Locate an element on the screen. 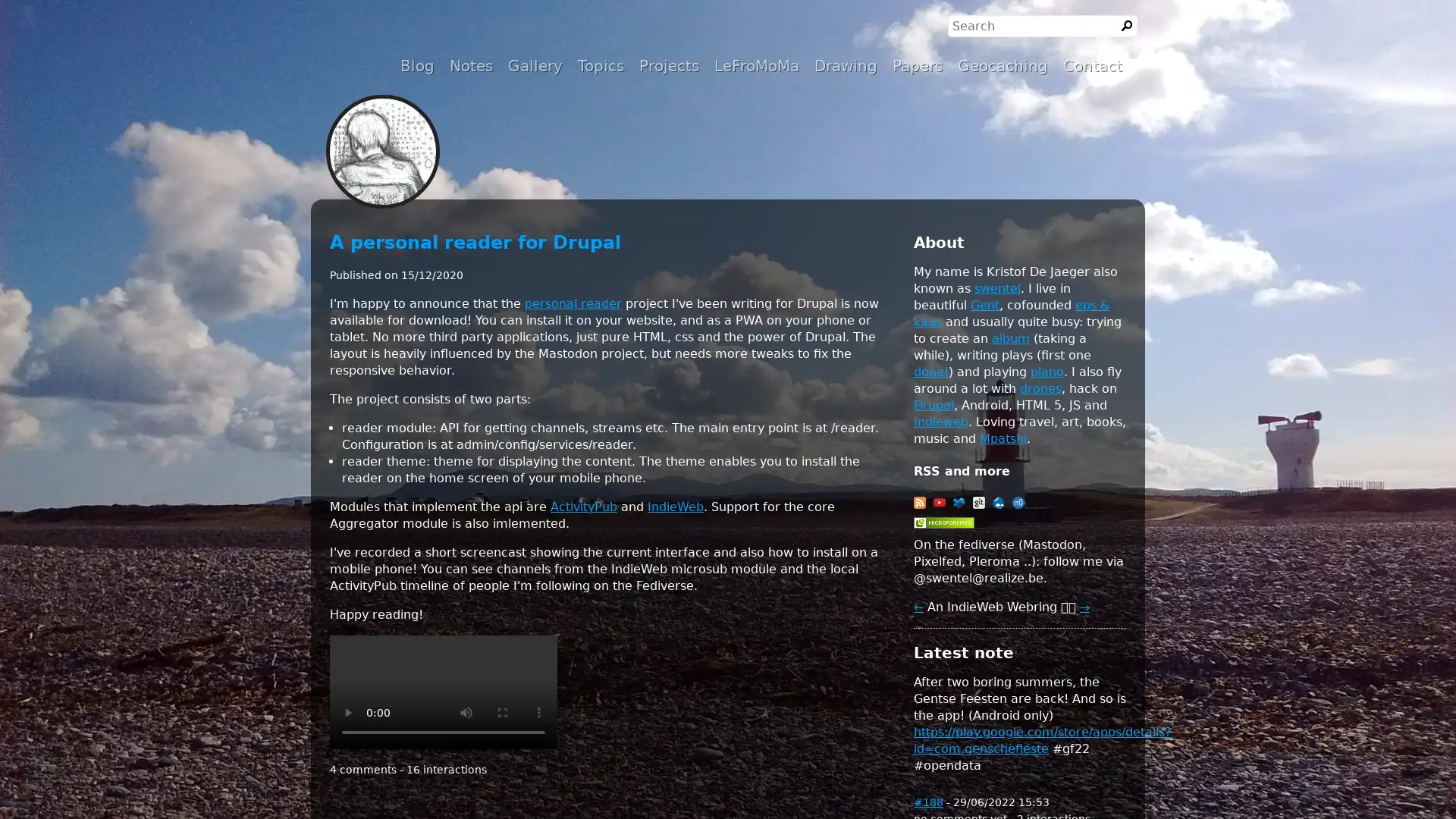 This screenshot has width=1456, height=819. enter full screen is located at coordinates (502, 711).